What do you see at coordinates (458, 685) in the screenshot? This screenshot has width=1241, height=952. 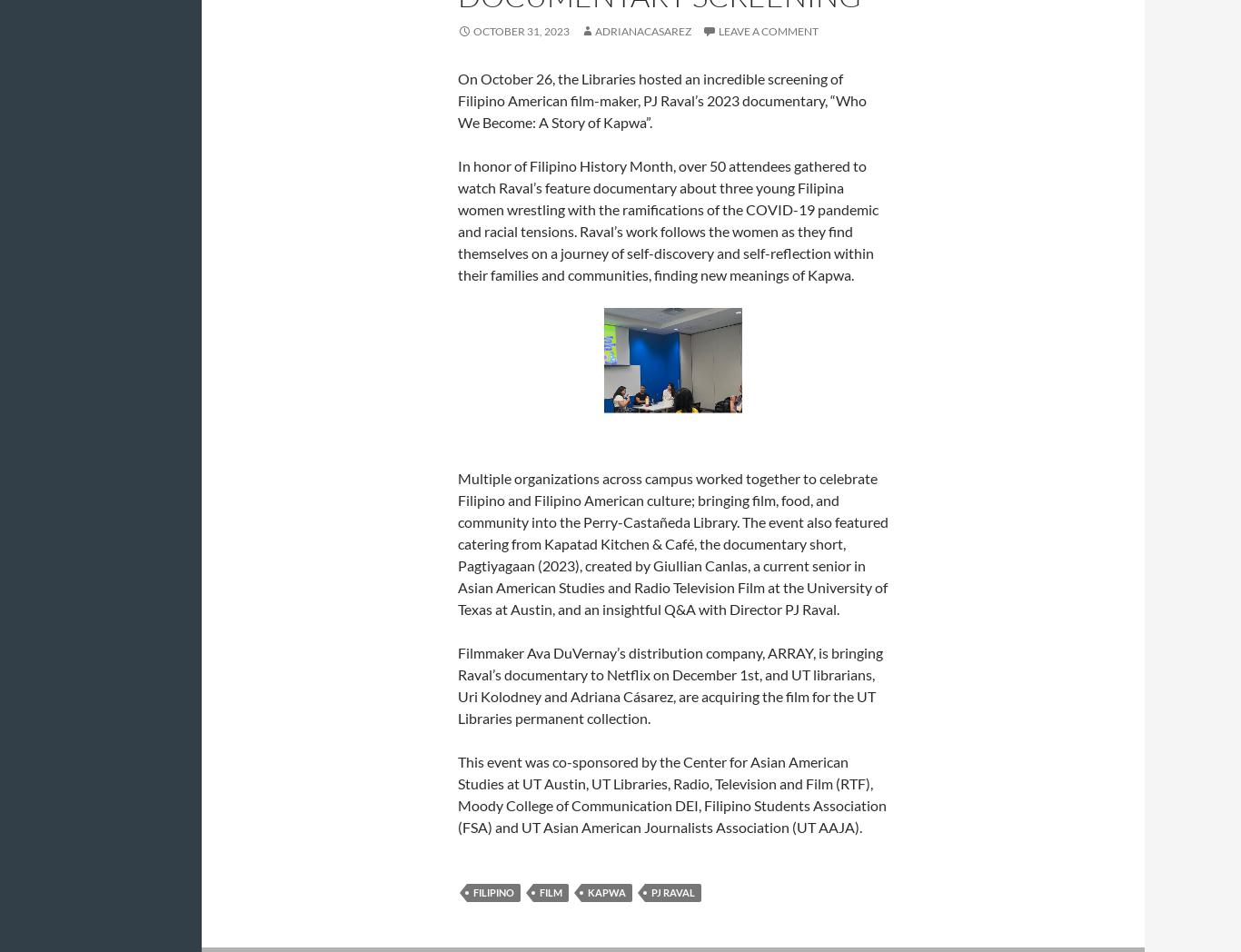 I see `'Filmmaker Ava DuVernay’s distribution company, ARRAY, is bringing Raval’s documentary to Netflix on December 1st, and UT librarians, Uri Kolodney and Adriana Cásarez, are acquiring the film for the UT Libraries permanent collection.'` at bounding box center [458, 685].